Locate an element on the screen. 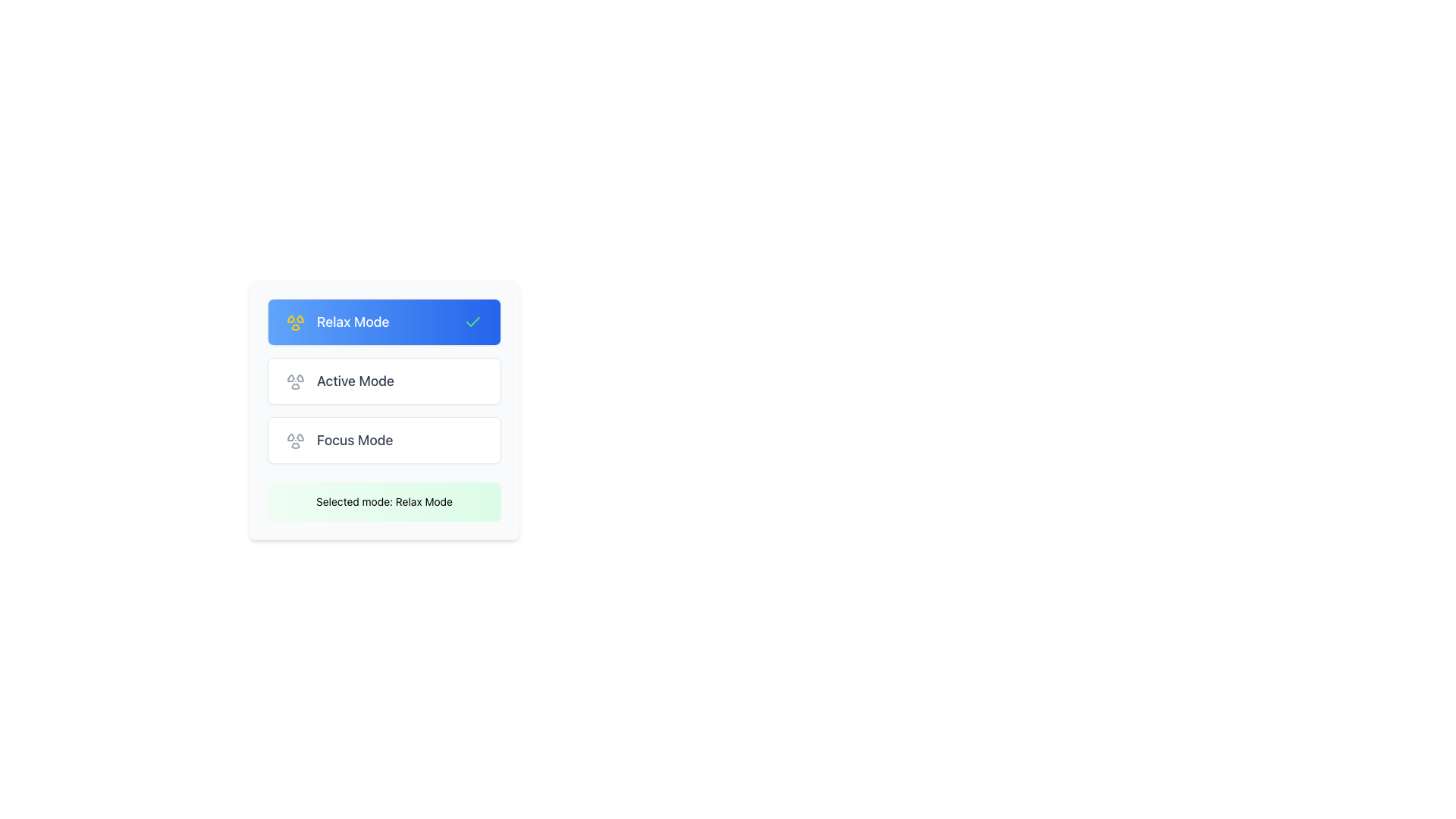 This screenshot has width=1456, height=819. the 'Focus Mode' icon located to the left of the 'Focus Mode' text label in the interface is located at coordinates (295, 441).